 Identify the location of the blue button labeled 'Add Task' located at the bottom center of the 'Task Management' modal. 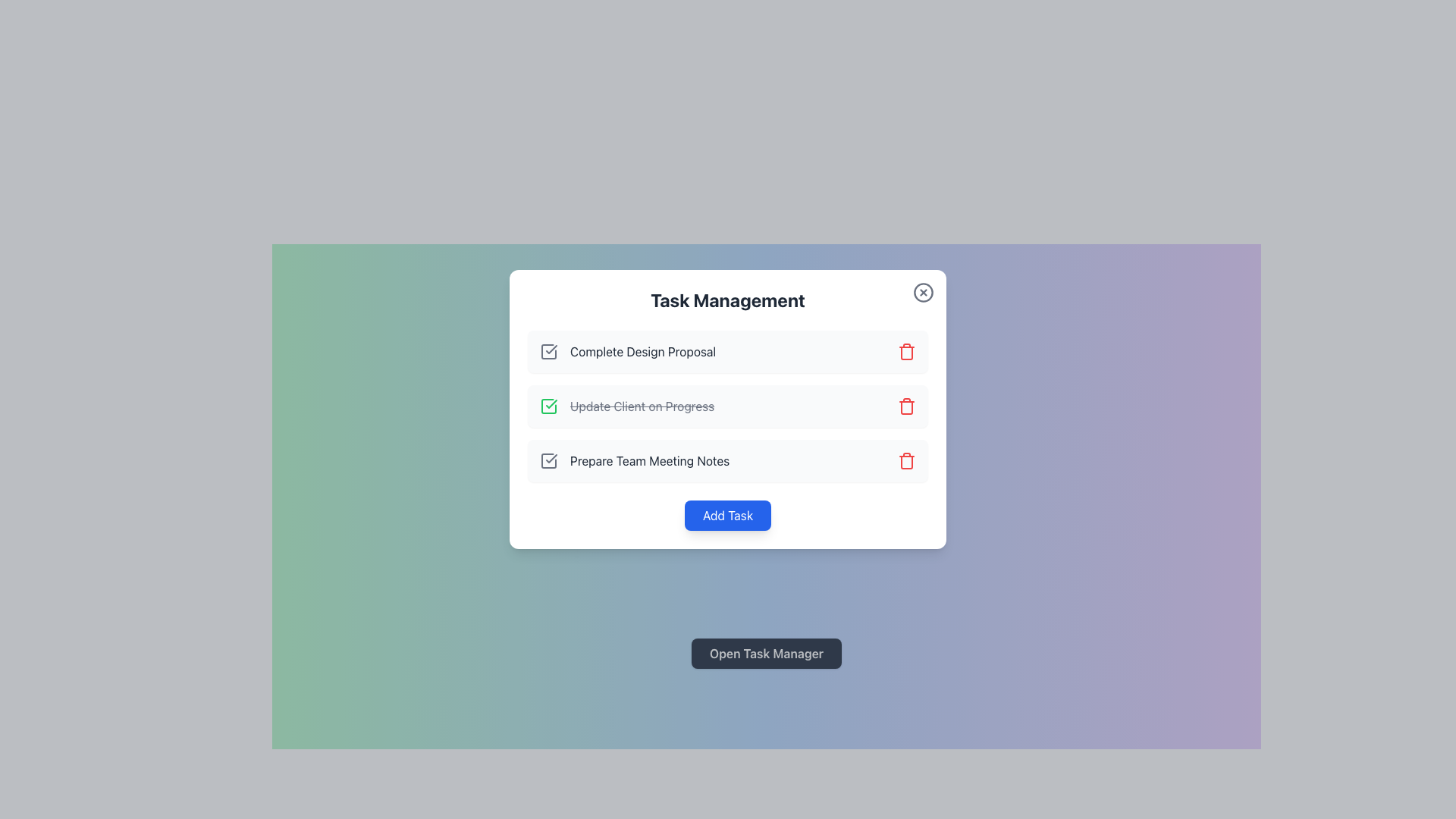
(728, 514).